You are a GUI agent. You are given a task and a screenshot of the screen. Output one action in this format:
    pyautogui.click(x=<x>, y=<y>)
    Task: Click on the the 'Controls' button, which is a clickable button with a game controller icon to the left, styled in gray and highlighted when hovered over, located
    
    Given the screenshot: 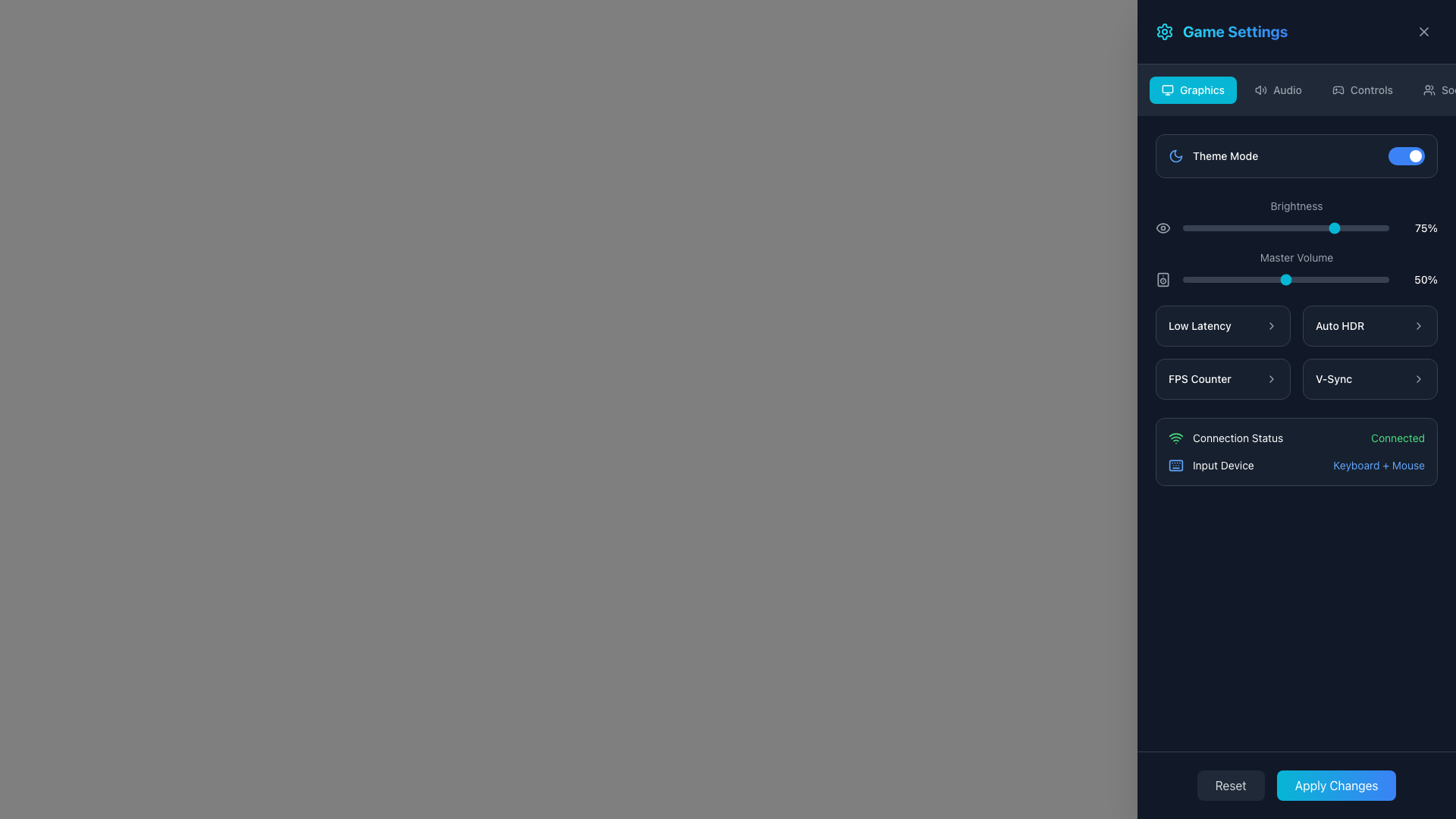 What is the action you would take?
    pyautogui.click(x=1362, y=90)
    